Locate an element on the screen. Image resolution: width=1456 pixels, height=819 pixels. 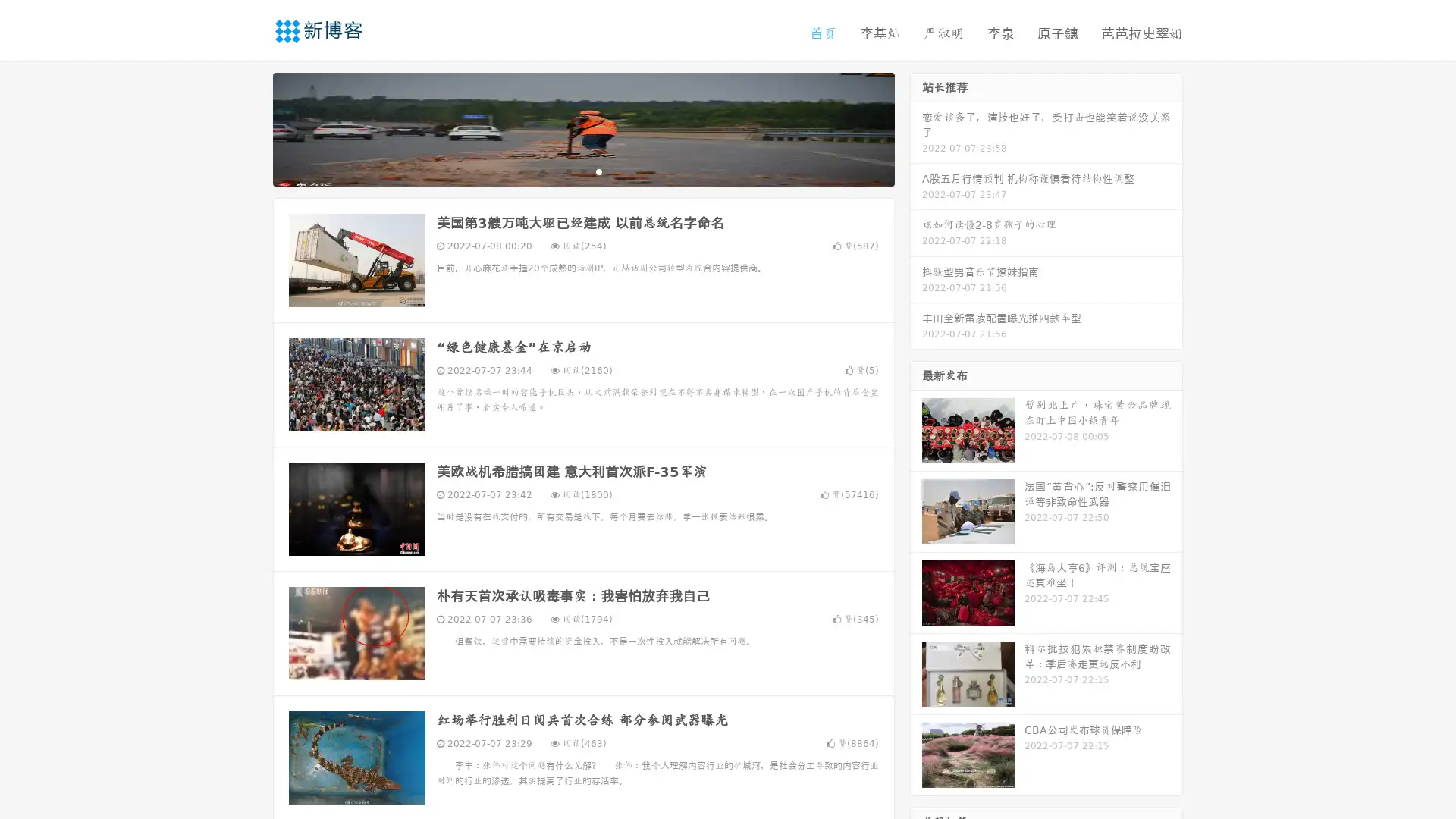
Go to slide 1 is located at coordinates (567, 171).